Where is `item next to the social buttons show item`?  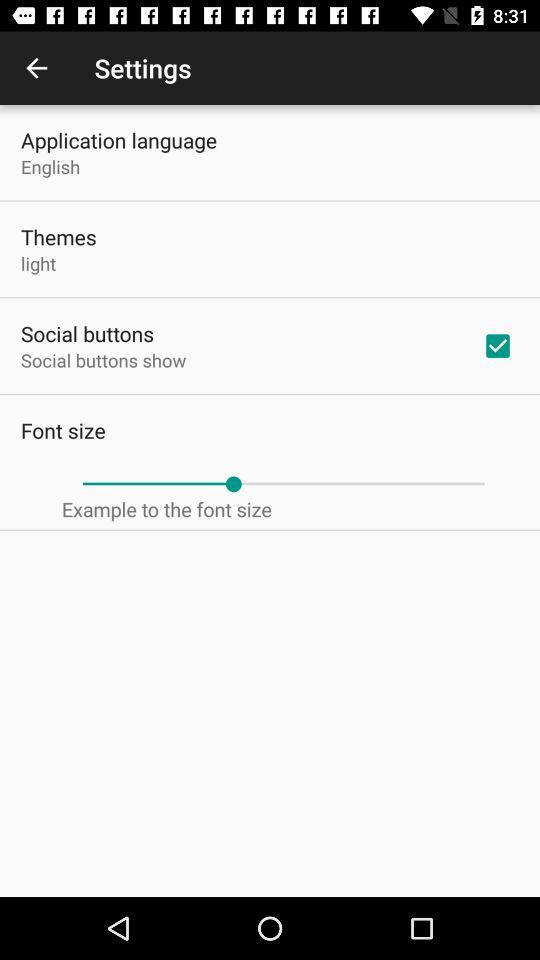 item next to the social buttons show item is located at coordinates (496, 346).